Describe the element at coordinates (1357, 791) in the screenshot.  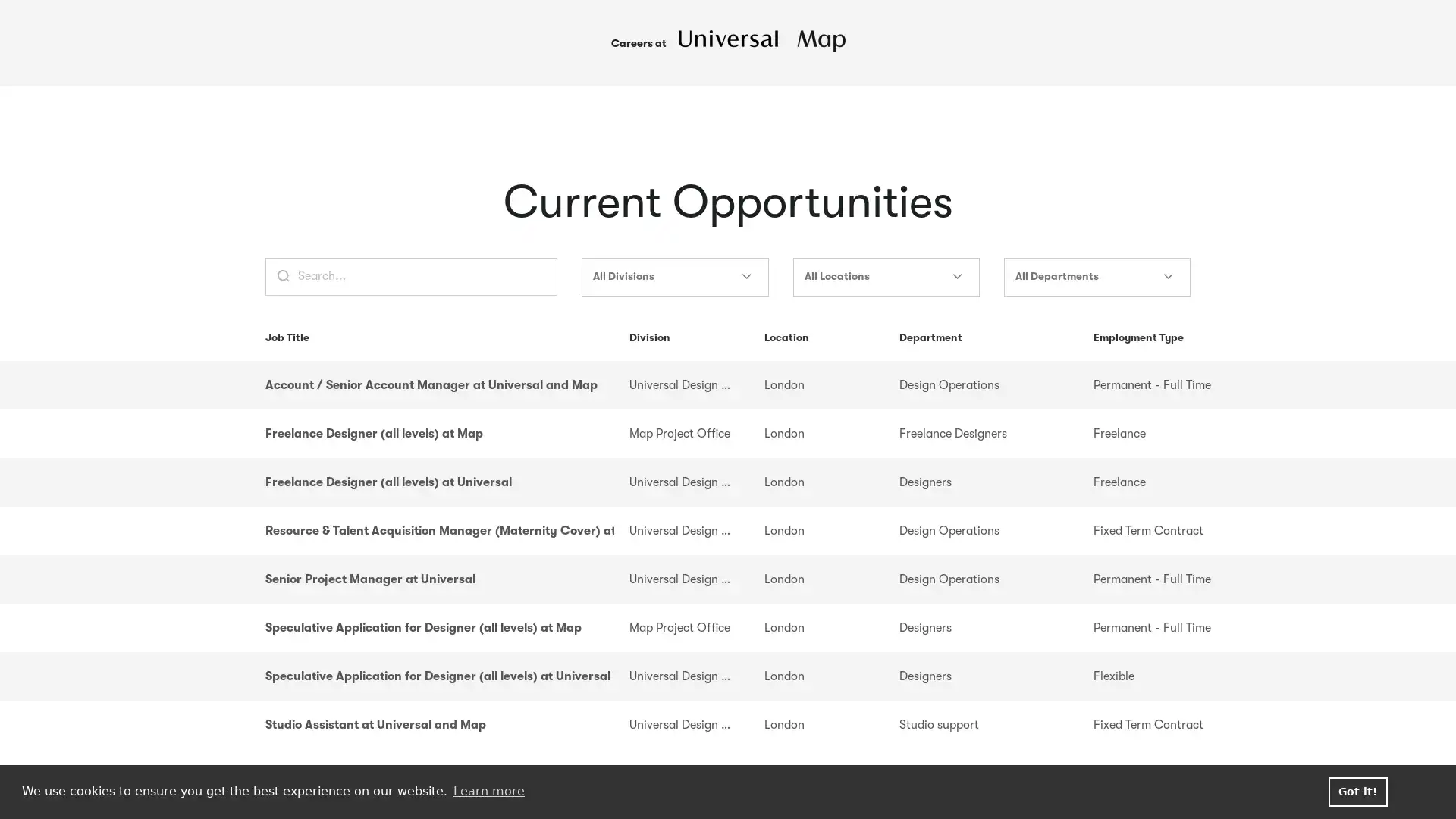
I see `dismiss cookie message` at that location.